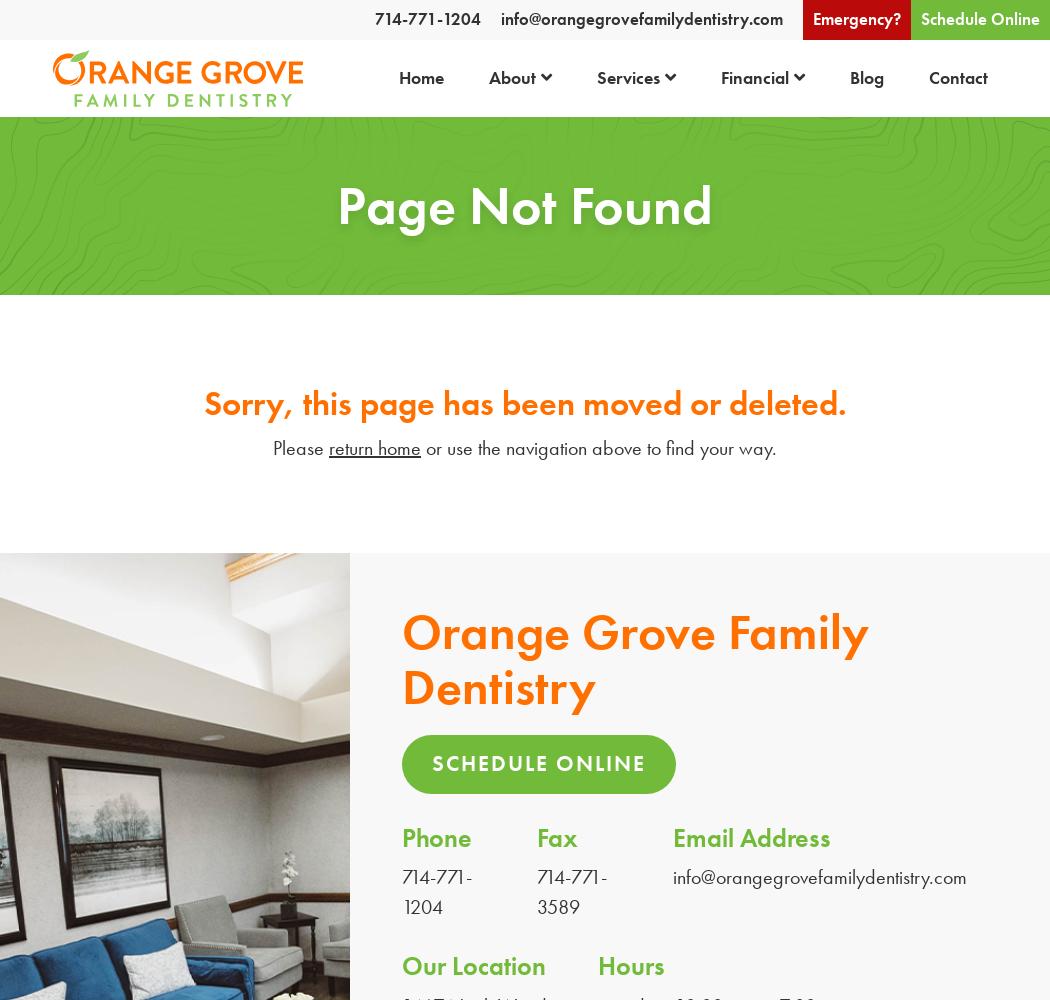 The width and height of the screenshot is (1050, 1000). Describe the element at coordinates (627, 76) in the screenshot. I see `'Services'` at that location.